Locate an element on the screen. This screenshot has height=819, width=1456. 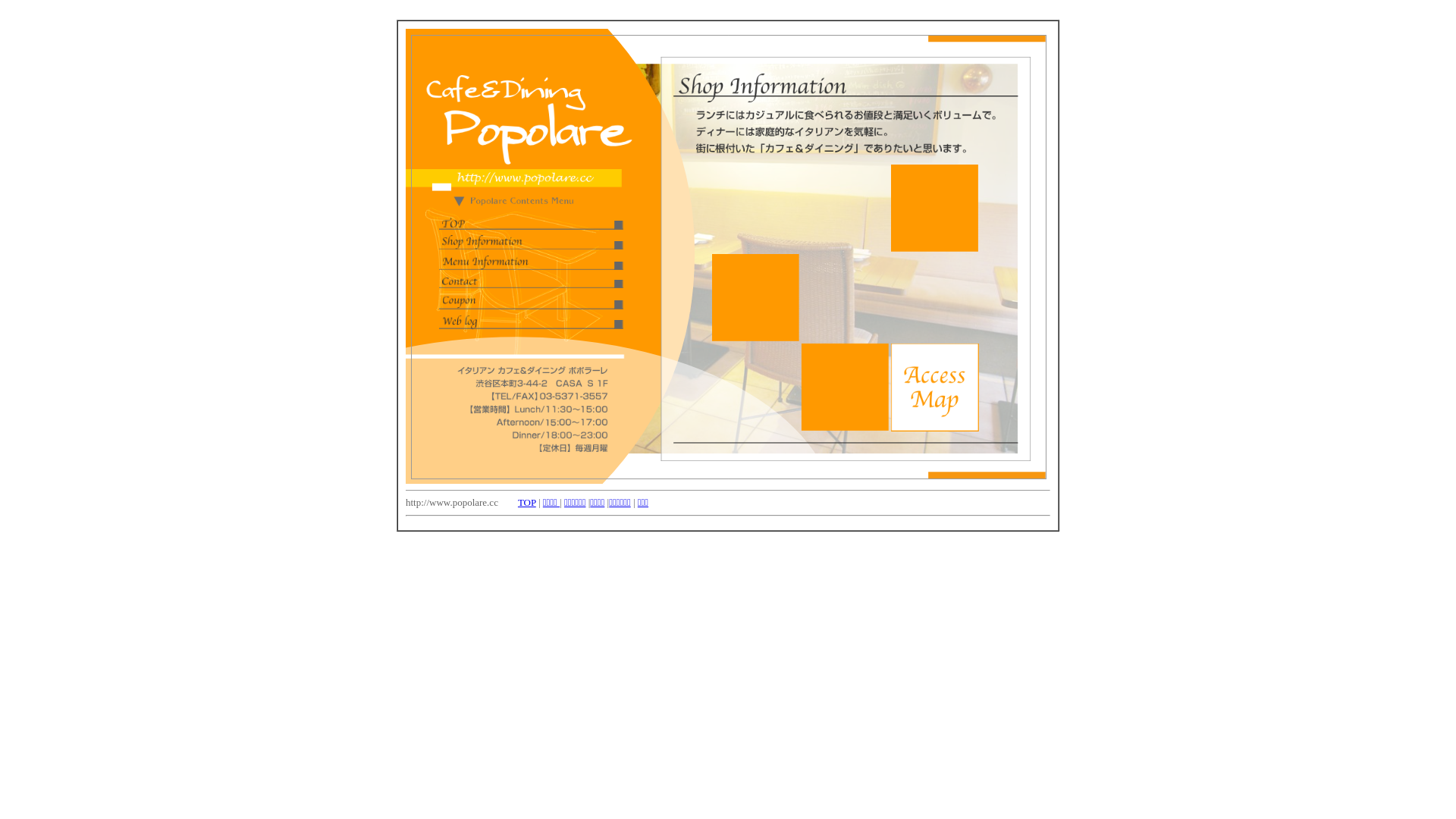
'TOP' is located at coordinates (527, 502).